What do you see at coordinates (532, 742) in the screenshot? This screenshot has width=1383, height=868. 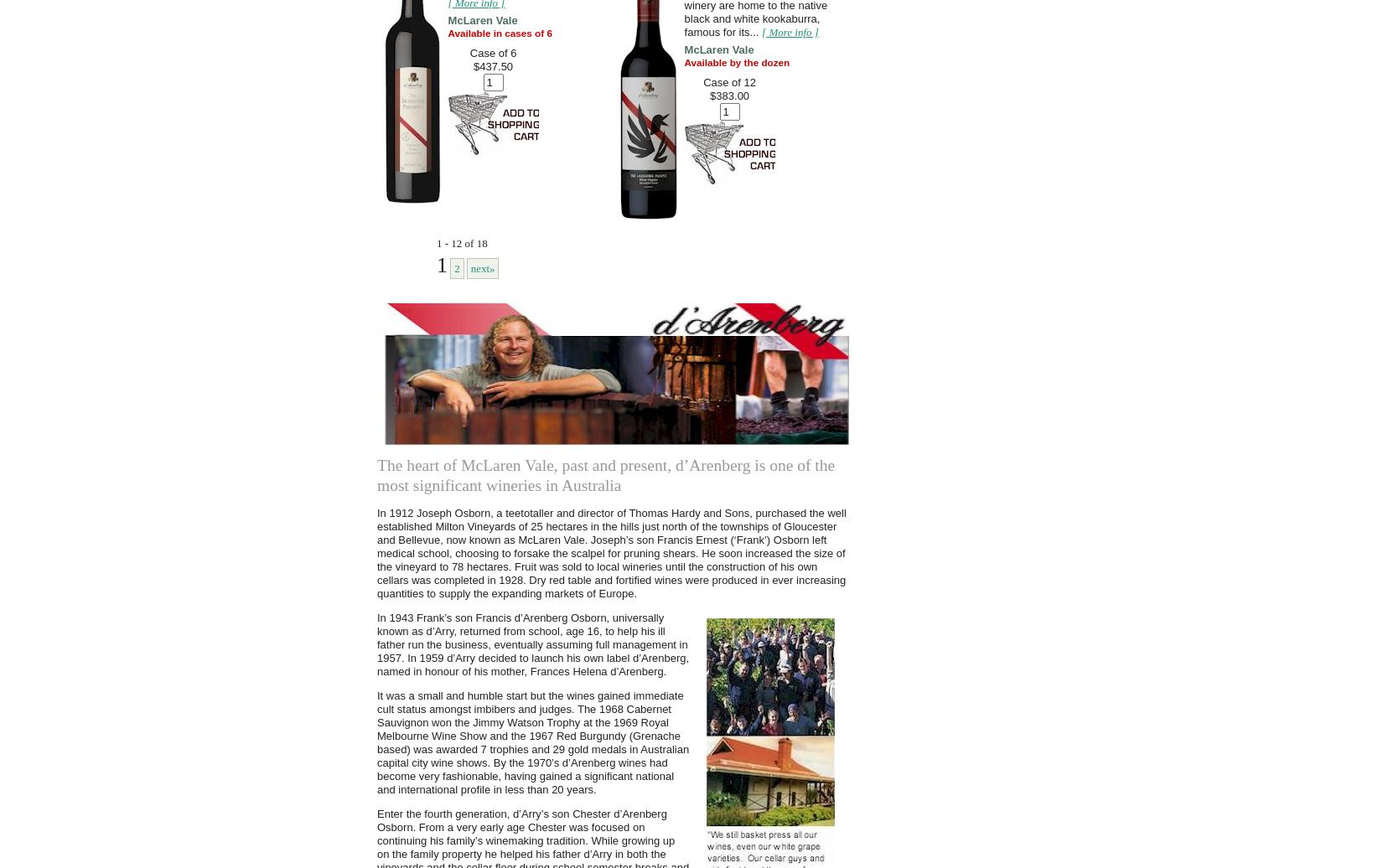 I see `'It was a small and humble start but the wines gained immediate cult status amongst imbibers and judges. The 1968 Cabernet Sauvignon won the Jimmy Watson Trophy at the 1969 Royal Melbourne Wine Show and the 1967 Red Burgundy (Grenache based) was awarded 7 trophies and 29 gold medals in Australian capital city wine shows. By the 1970’s d’Arenberg wines had become very fashionable, having gained a significant national and international profile in less than 20 years.'` at bounding box center [532, 742].